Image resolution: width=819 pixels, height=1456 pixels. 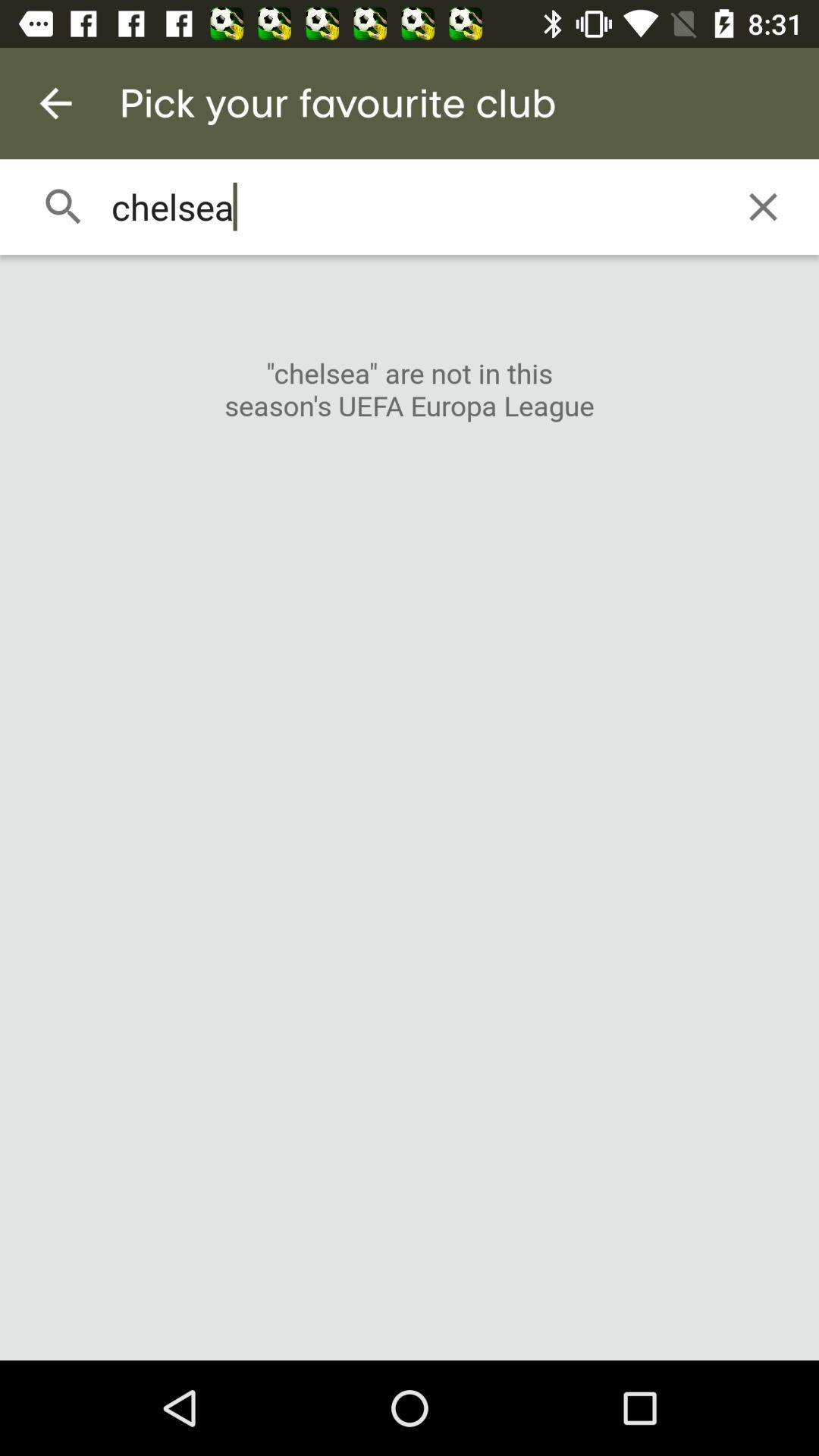 What do you see at coordinates (763, 206) in the screenshot?
I see `item at the top right corner` at bounding box center [763, 206].